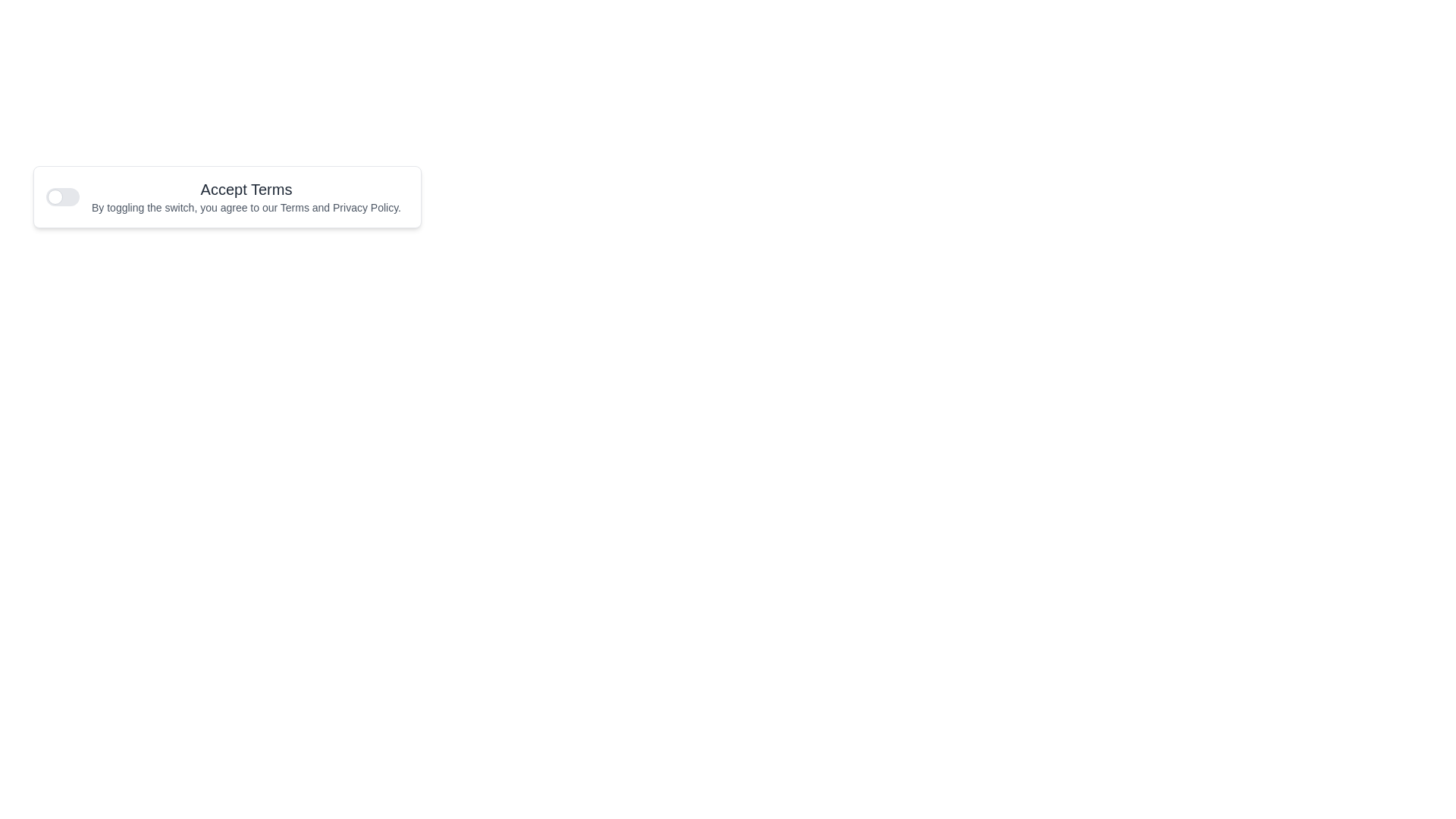 The width and height of the screenshot is (1456, 819). I want to click on the label with explanatory text that informs the user about agreeing to terms and privacy policy, positioned to the right of the toggle switch, so click(246, 196).